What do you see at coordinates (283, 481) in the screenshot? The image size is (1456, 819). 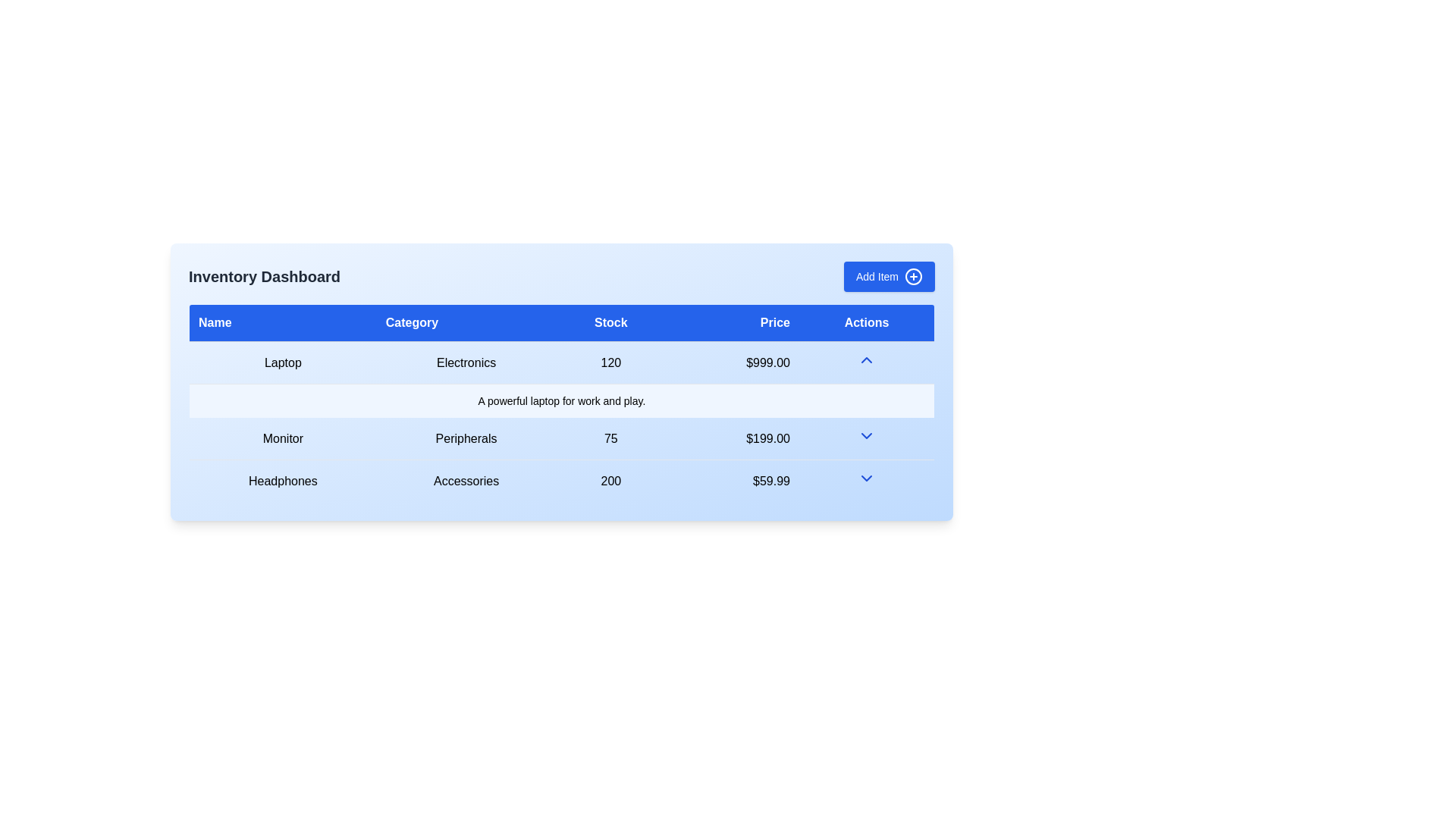 I see `the Text label displaying 'HeadphonesAccessories200$59.99' located in the third row under the 'Name' column` at bounding box center [283, 481].